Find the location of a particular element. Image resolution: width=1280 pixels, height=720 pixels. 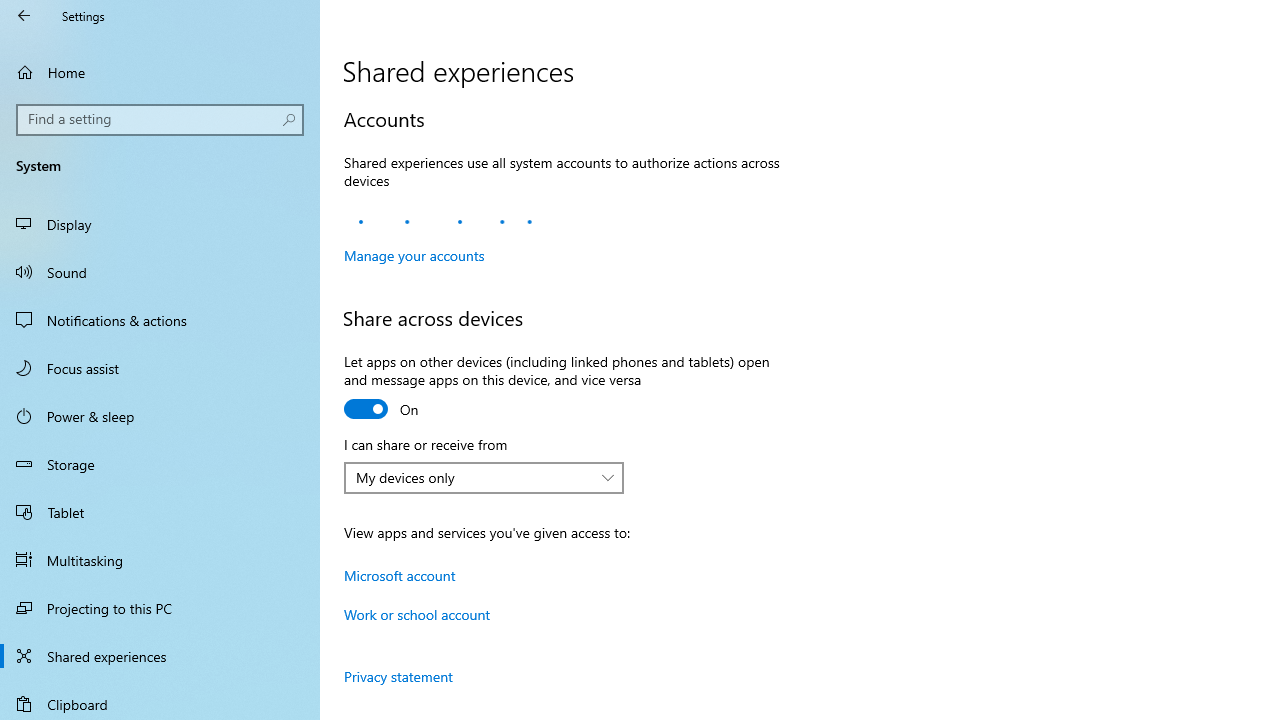

'Notifications & actions' is located at coordinates (160, 319).